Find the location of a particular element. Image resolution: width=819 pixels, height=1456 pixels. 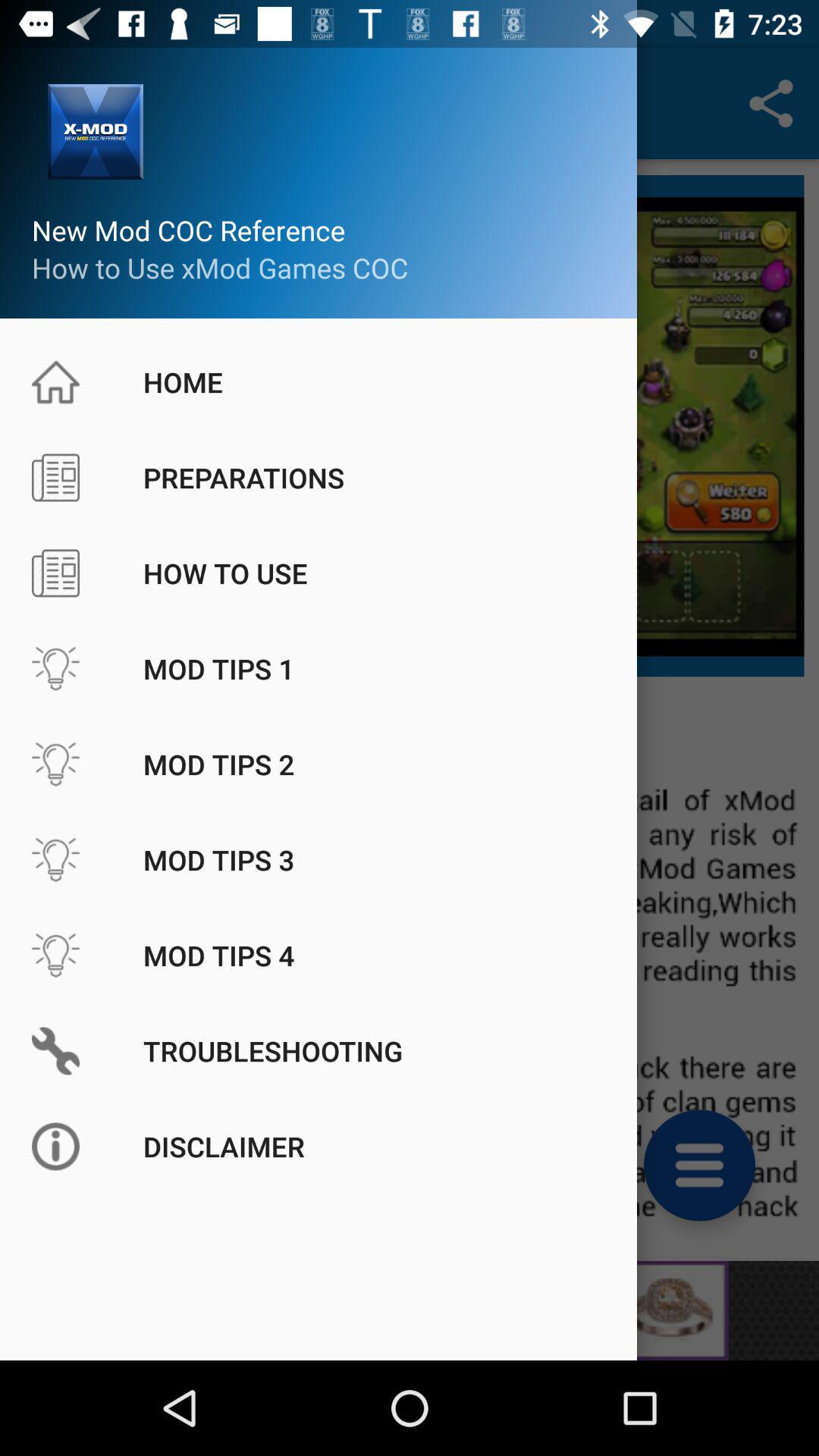

the menu icon is located at coordinates (699, 1164).